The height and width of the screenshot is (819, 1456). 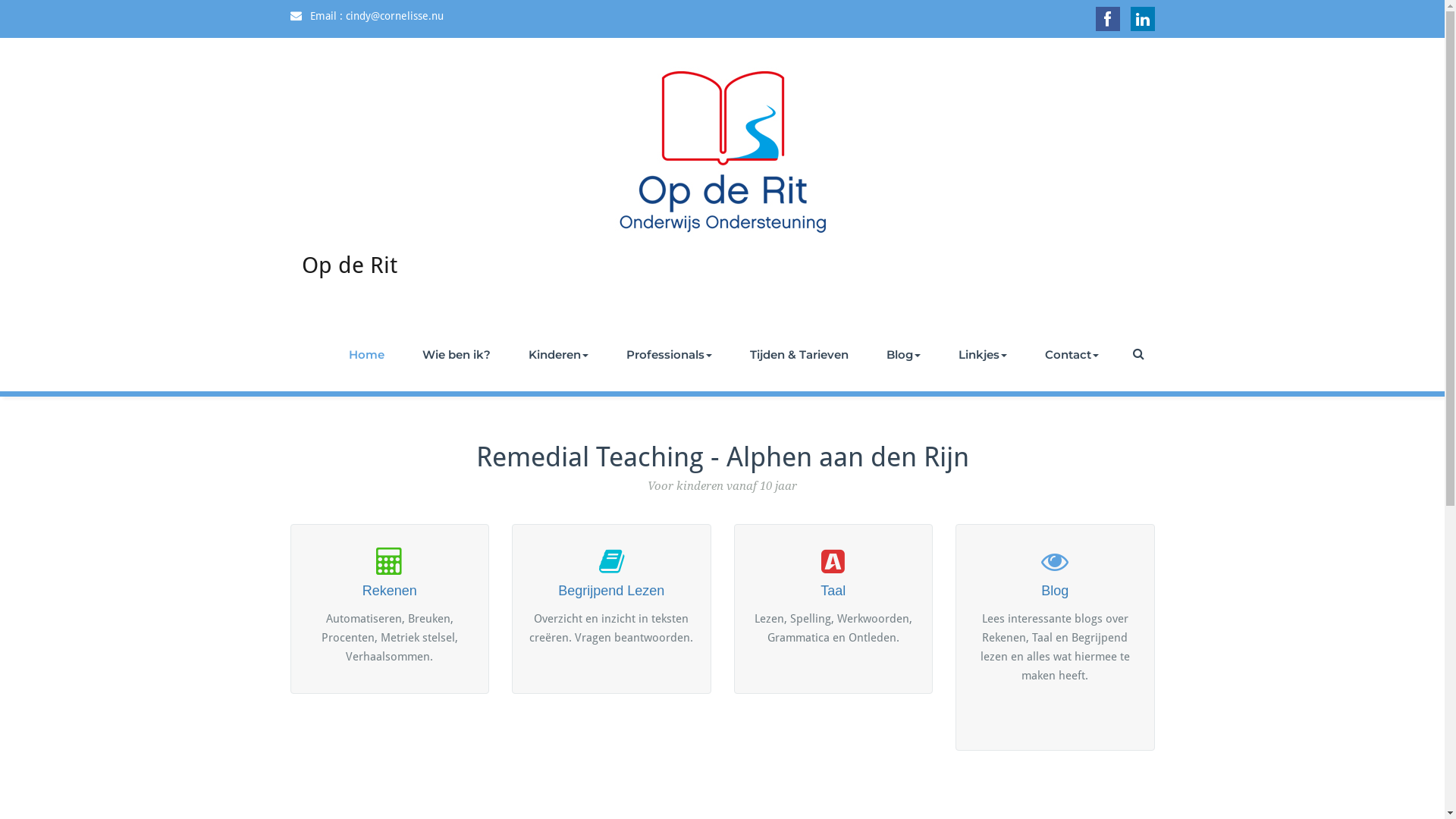 I want to click on 'Contact', so click(x=1070, y=354).